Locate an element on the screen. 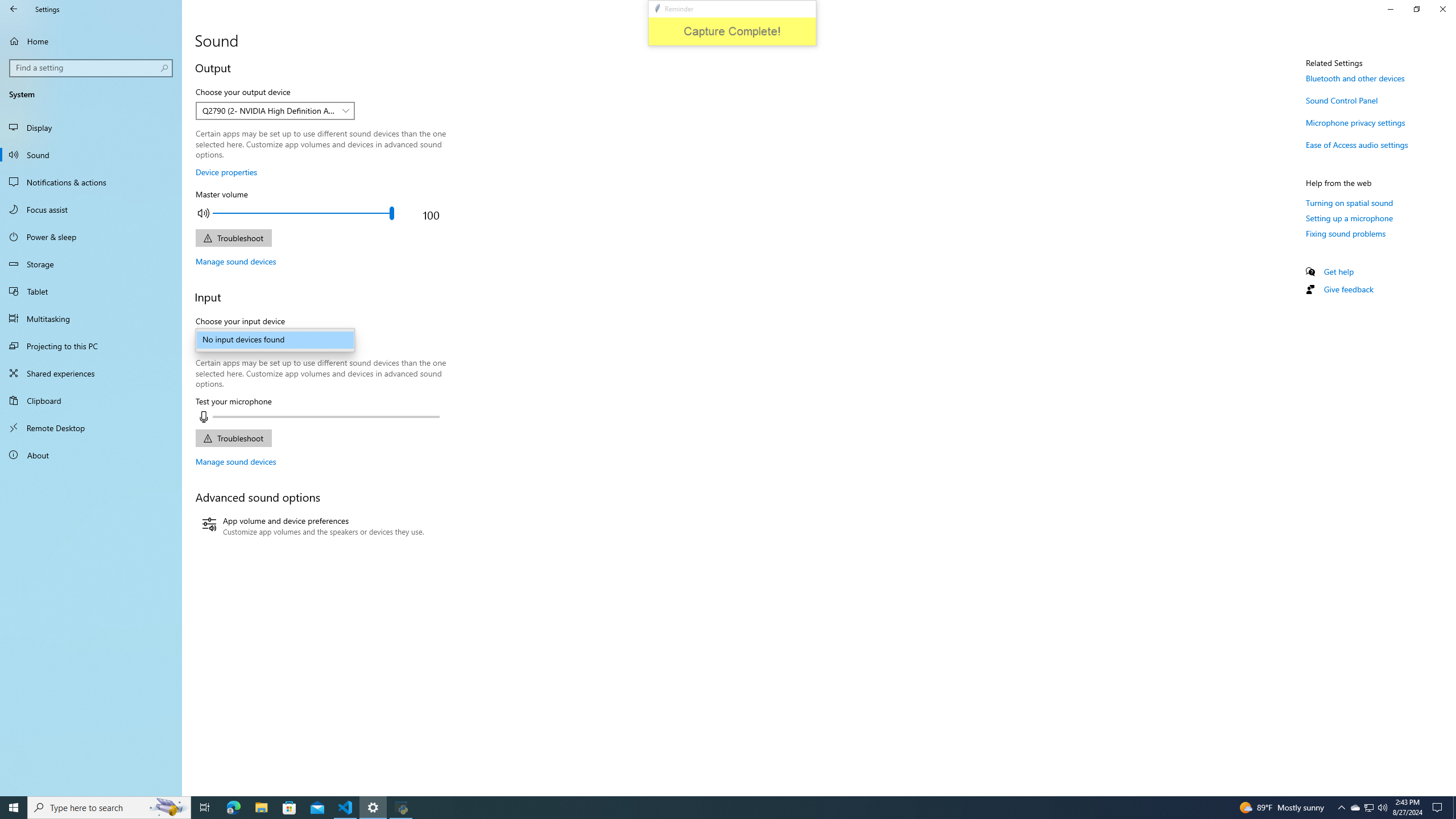 The height and width of the screenshot is (819, 1456). 'Sound' is located at coordinates (90, 154).